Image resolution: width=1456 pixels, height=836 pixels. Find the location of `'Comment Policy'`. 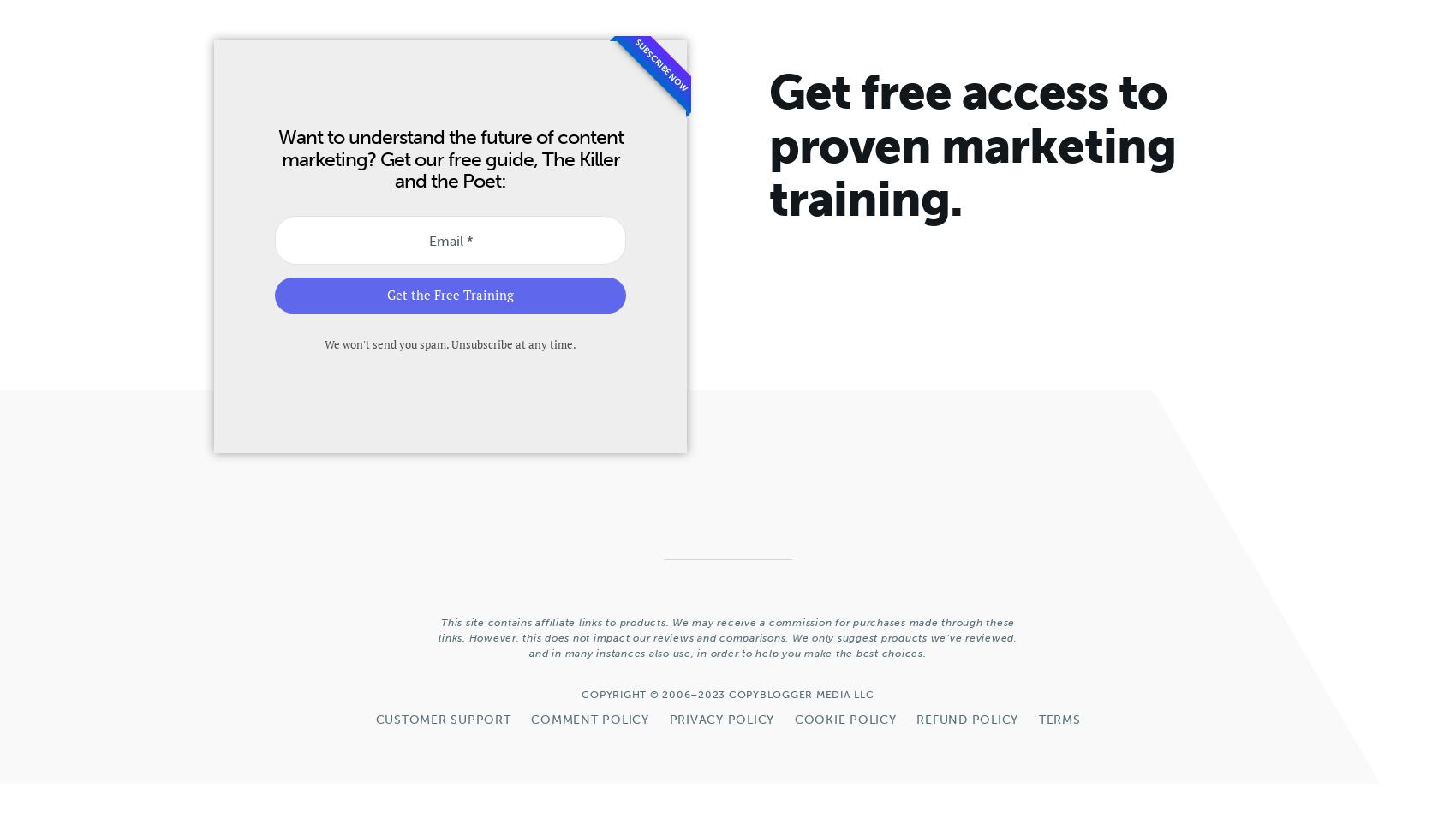

'Comment Policy' is located at coordinates (589, 719).